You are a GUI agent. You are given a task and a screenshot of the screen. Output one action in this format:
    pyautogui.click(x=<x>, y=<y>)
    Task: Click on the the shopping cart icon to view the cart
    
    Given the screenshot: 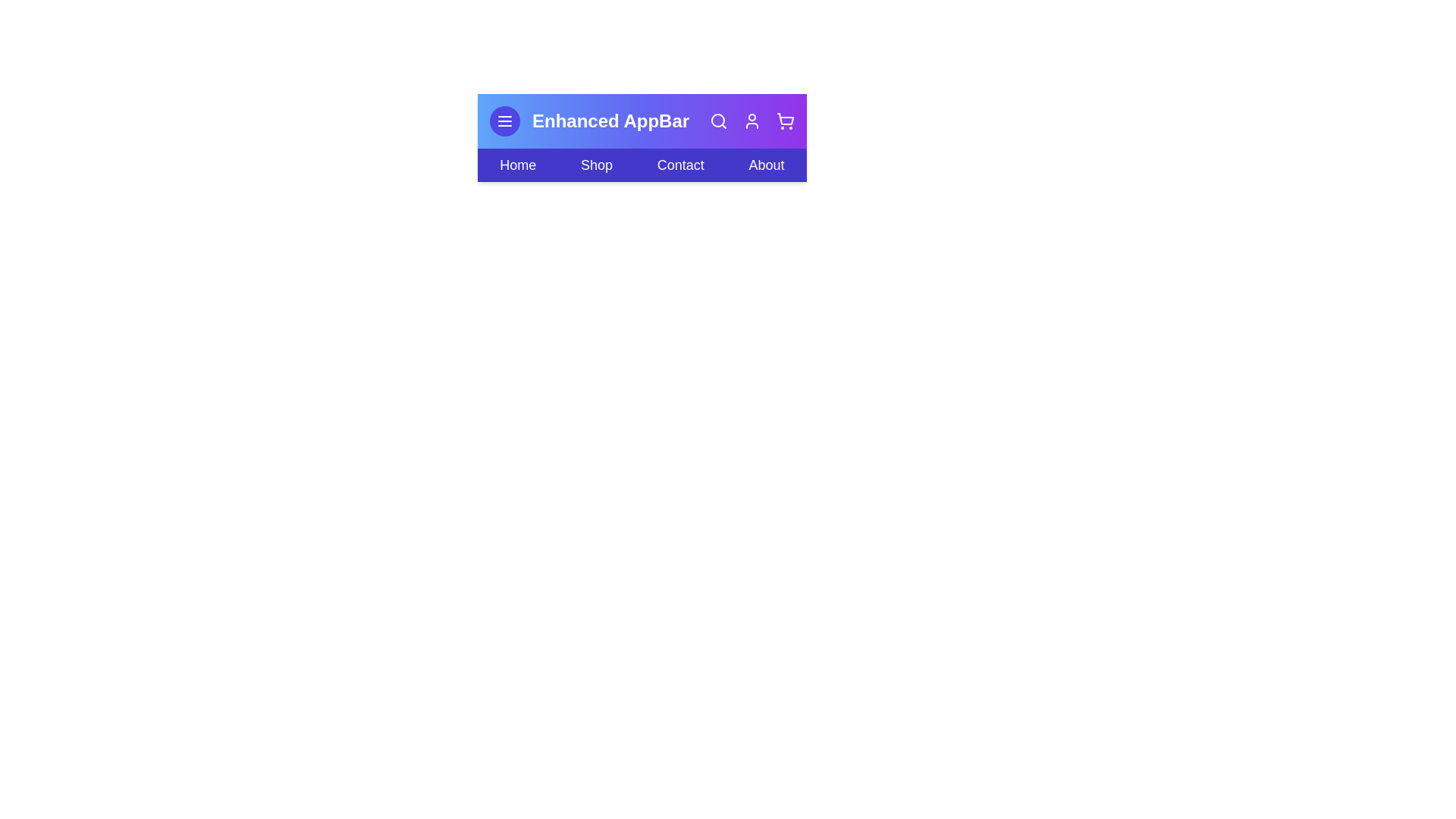 What is the action you would take?
    pyautogui.click(x=786, y=120)
    